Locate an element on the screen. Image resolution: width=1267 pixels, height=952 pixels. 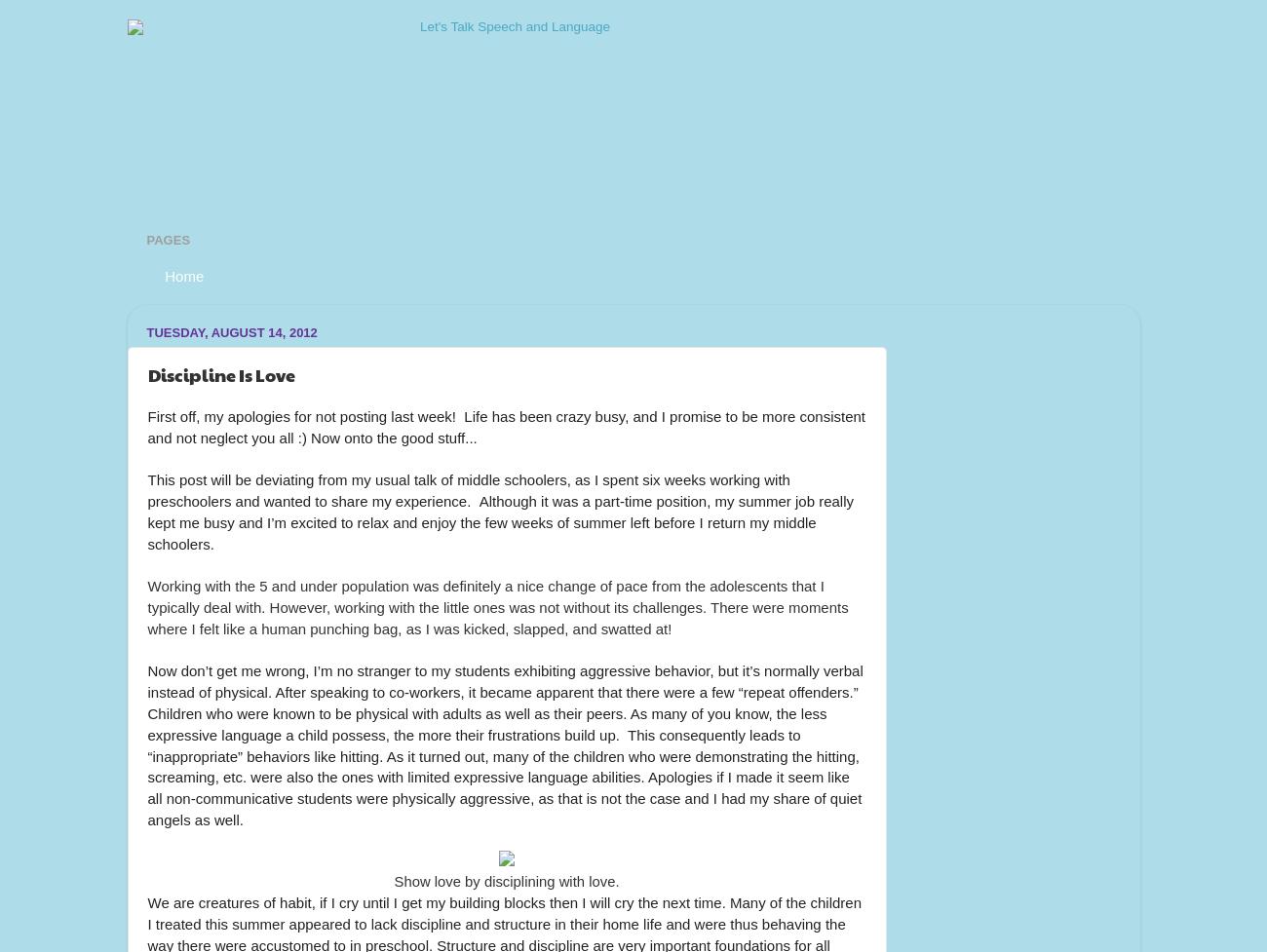
'Show love by disciplining with love.' is located at coordinates (506, 880).